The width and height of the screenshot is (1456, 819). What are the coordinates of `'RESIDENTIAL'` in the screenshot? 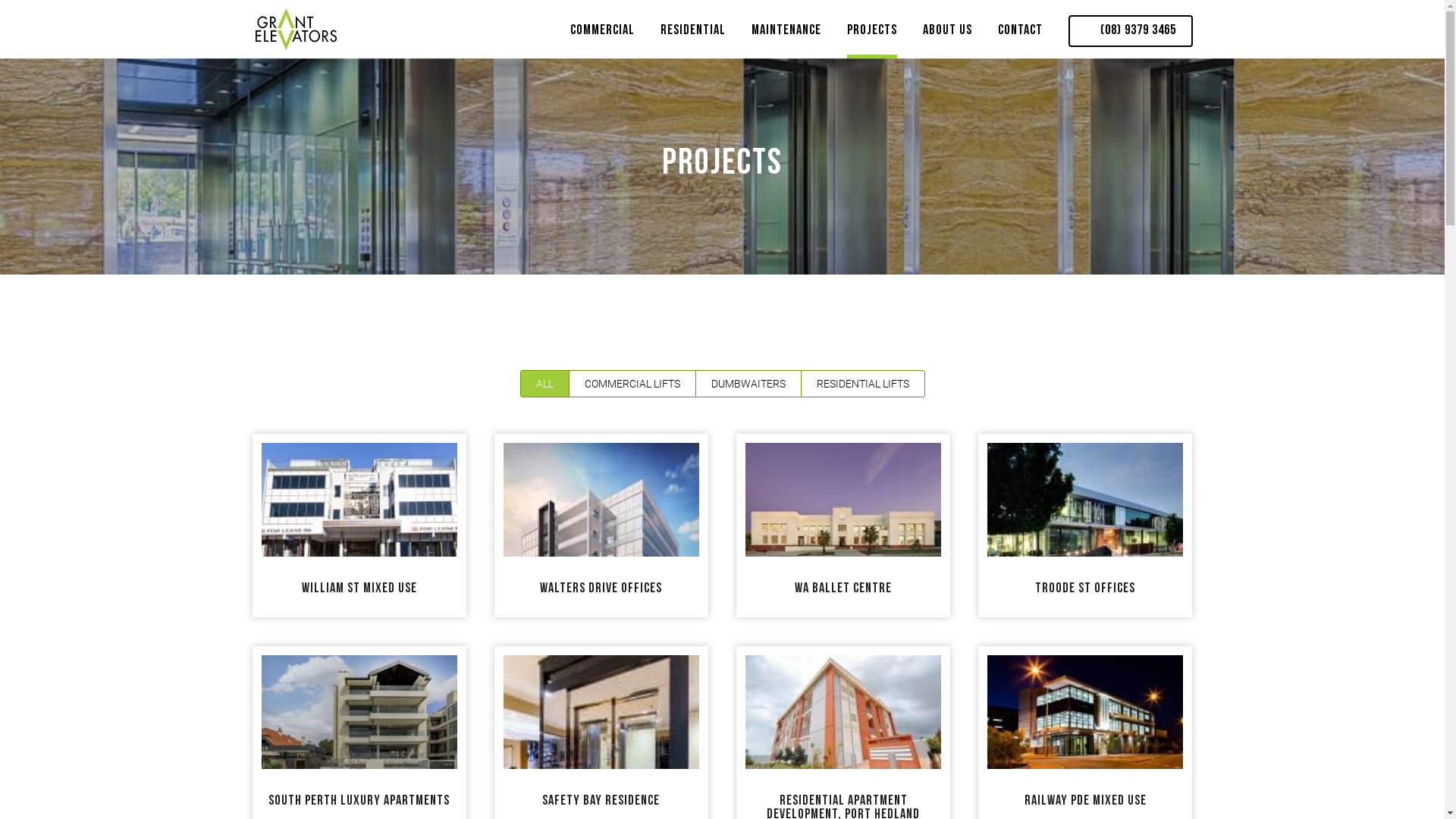 It's located at (659, 34).